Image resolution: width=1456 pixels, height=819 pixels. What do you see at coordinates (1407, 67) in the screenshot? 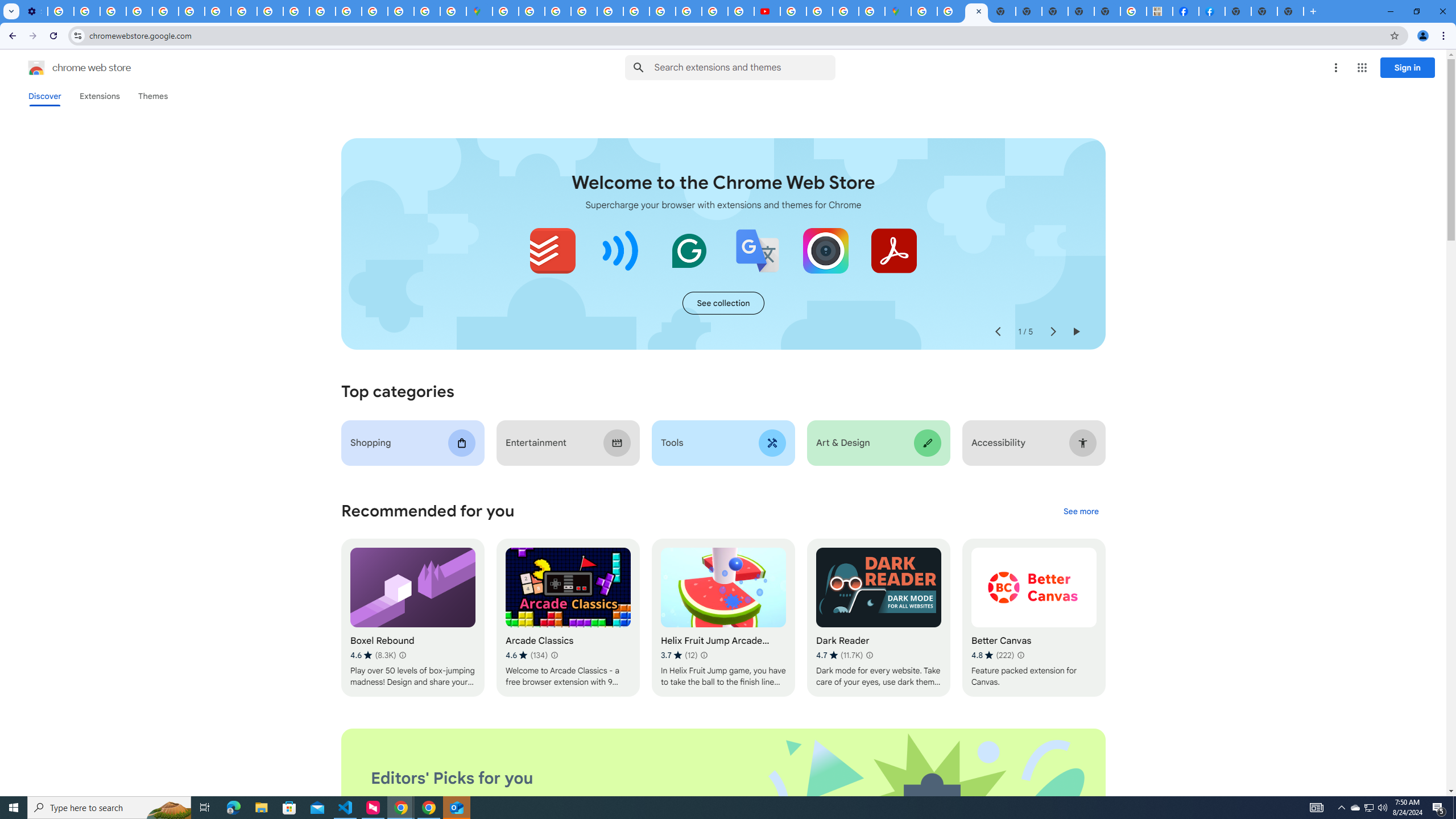
I see `'Sign in'` at bounding box center [1407, 67].